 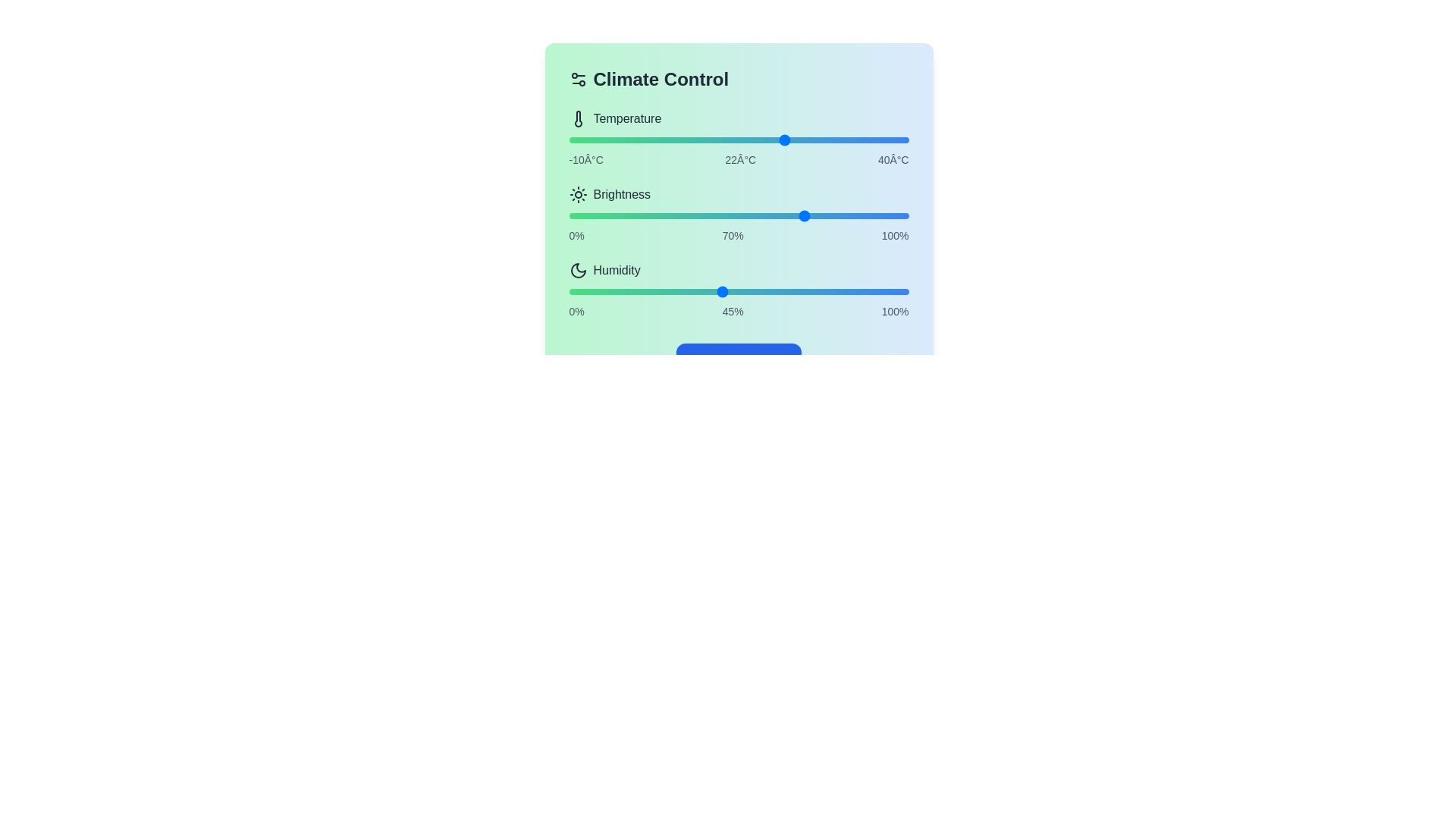 What do you see at coordinates (740, 160) in the screenshot?
I see `the temperature display text label located centrally in the climate control interface, which shows the current temperature value` at bounding box center [740, 160].